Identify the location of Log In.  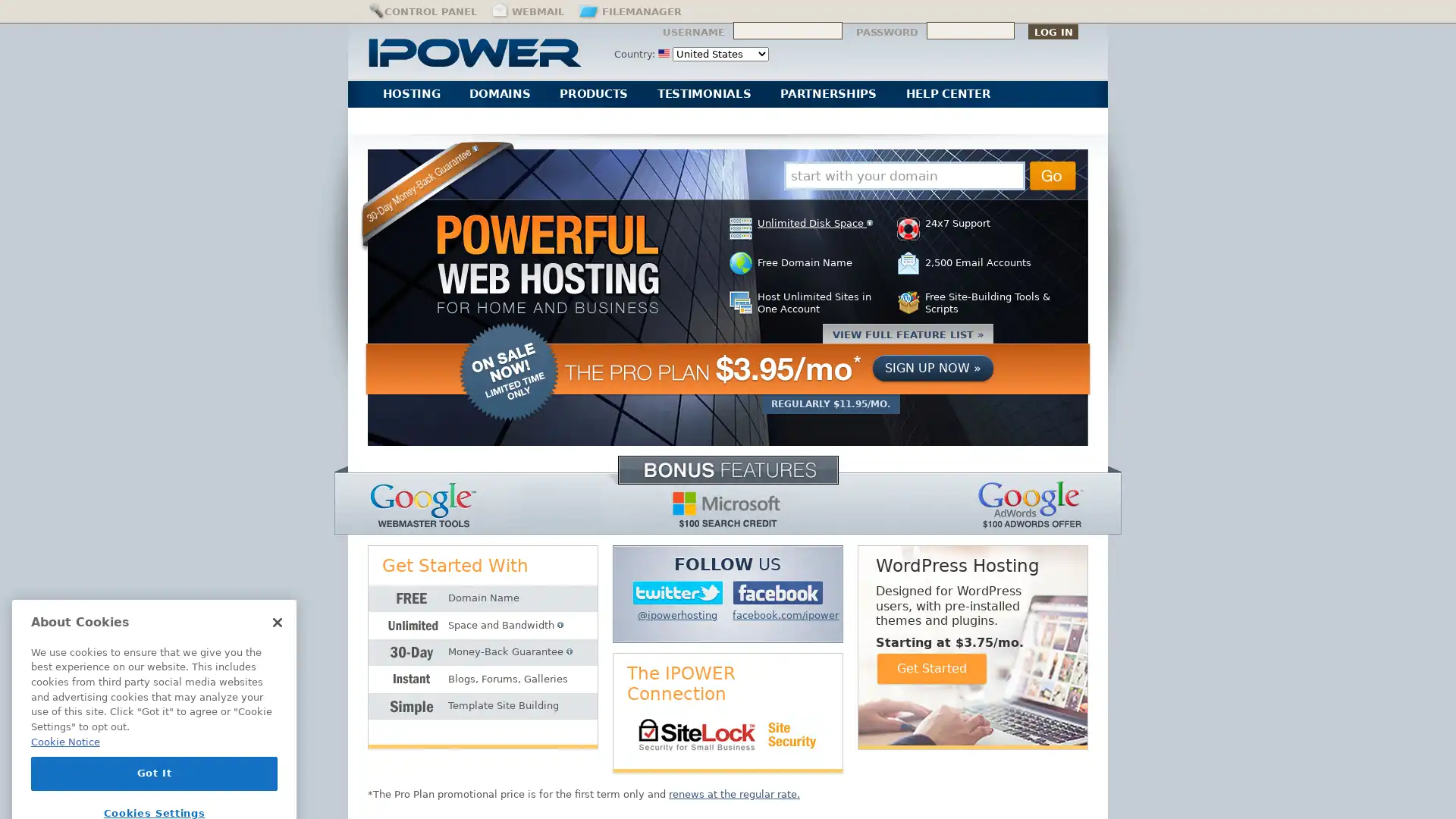
(1052, 31).